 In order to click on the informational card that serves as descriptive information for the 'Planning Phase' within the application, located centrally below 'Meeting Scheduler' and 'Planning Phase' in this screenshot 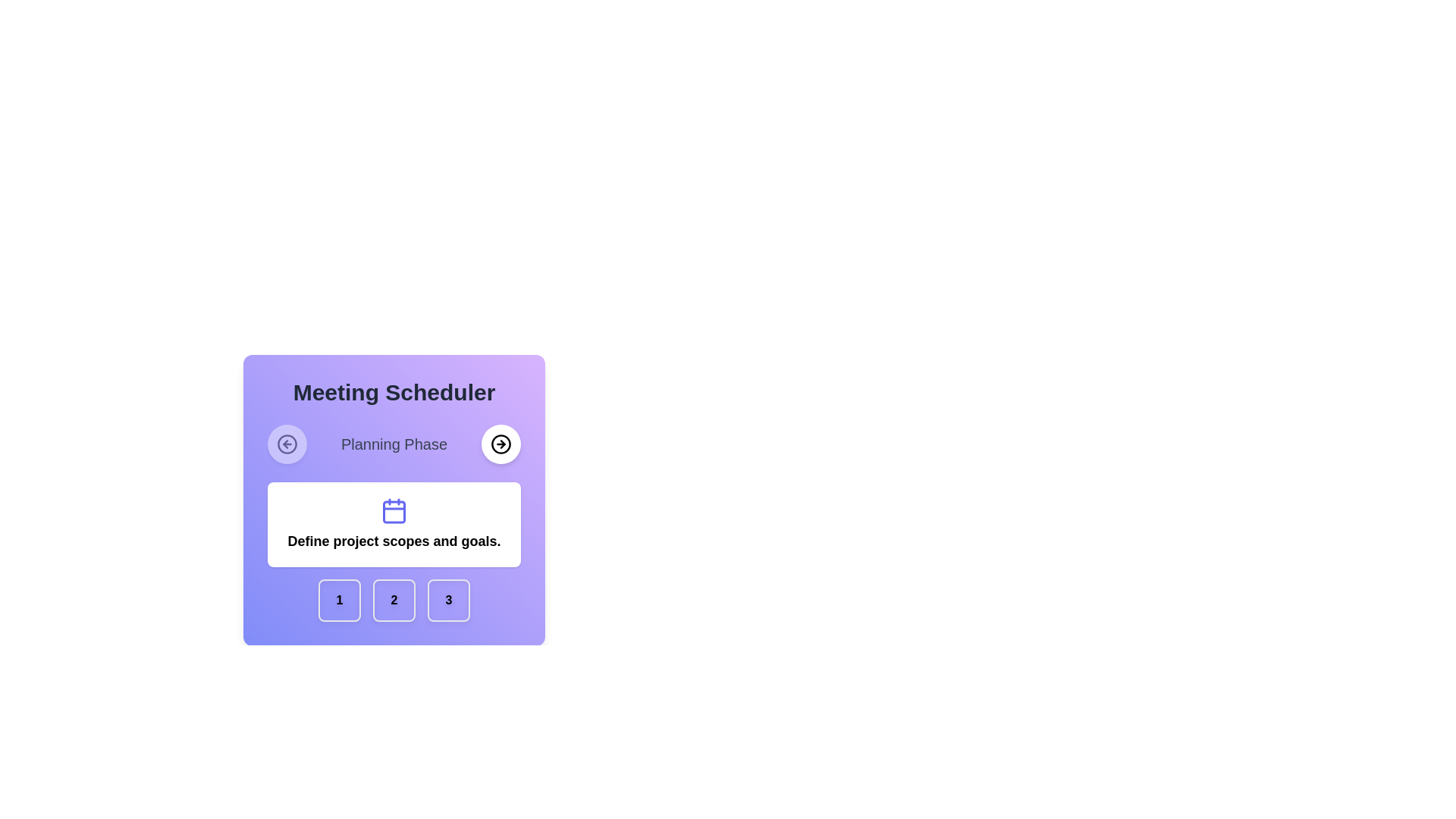, I will do `click(394, 523)`.